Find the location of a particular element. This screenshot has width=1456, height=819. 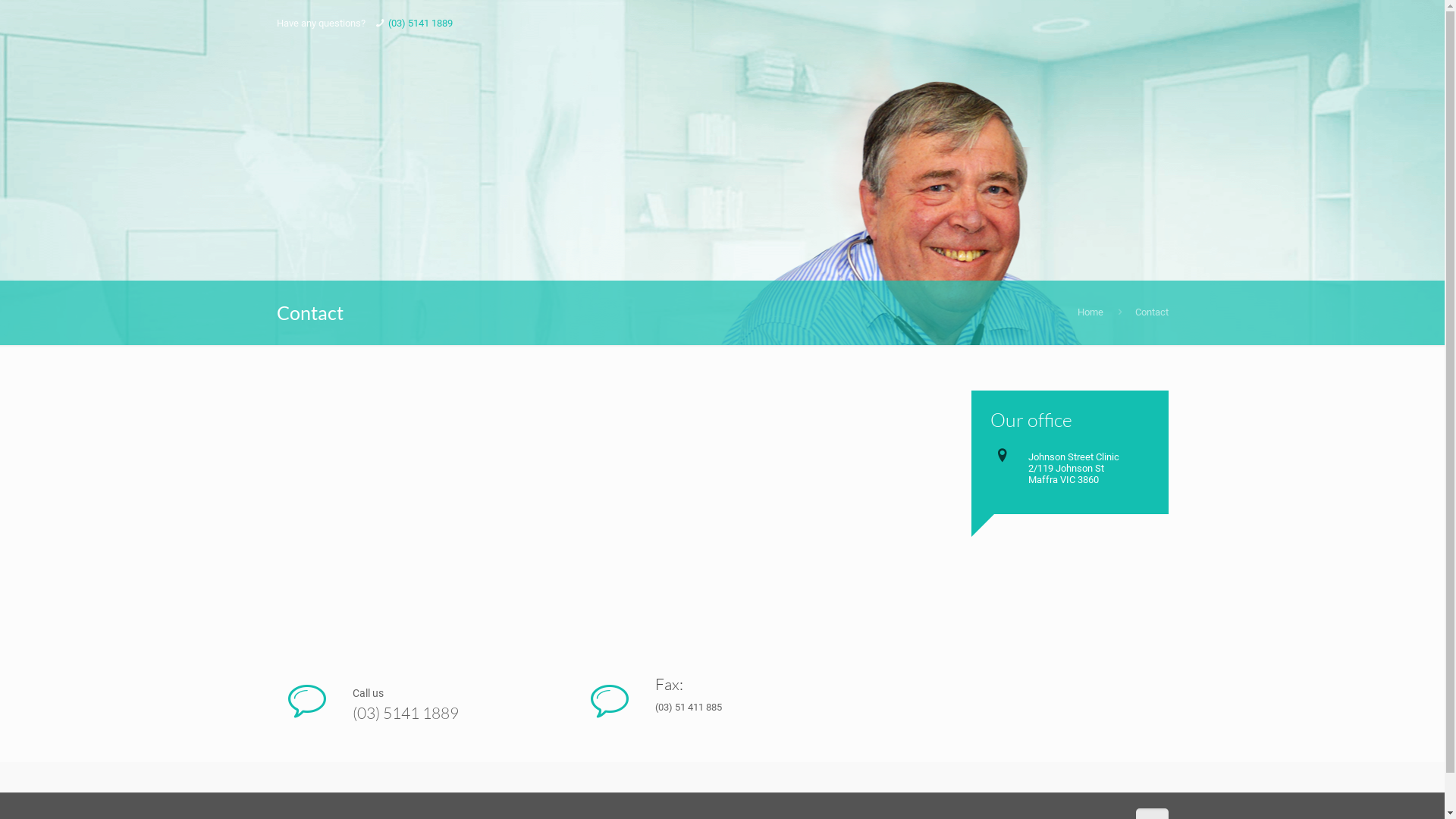

'(03) 5141 1889' is located at coordinates (420, 23).